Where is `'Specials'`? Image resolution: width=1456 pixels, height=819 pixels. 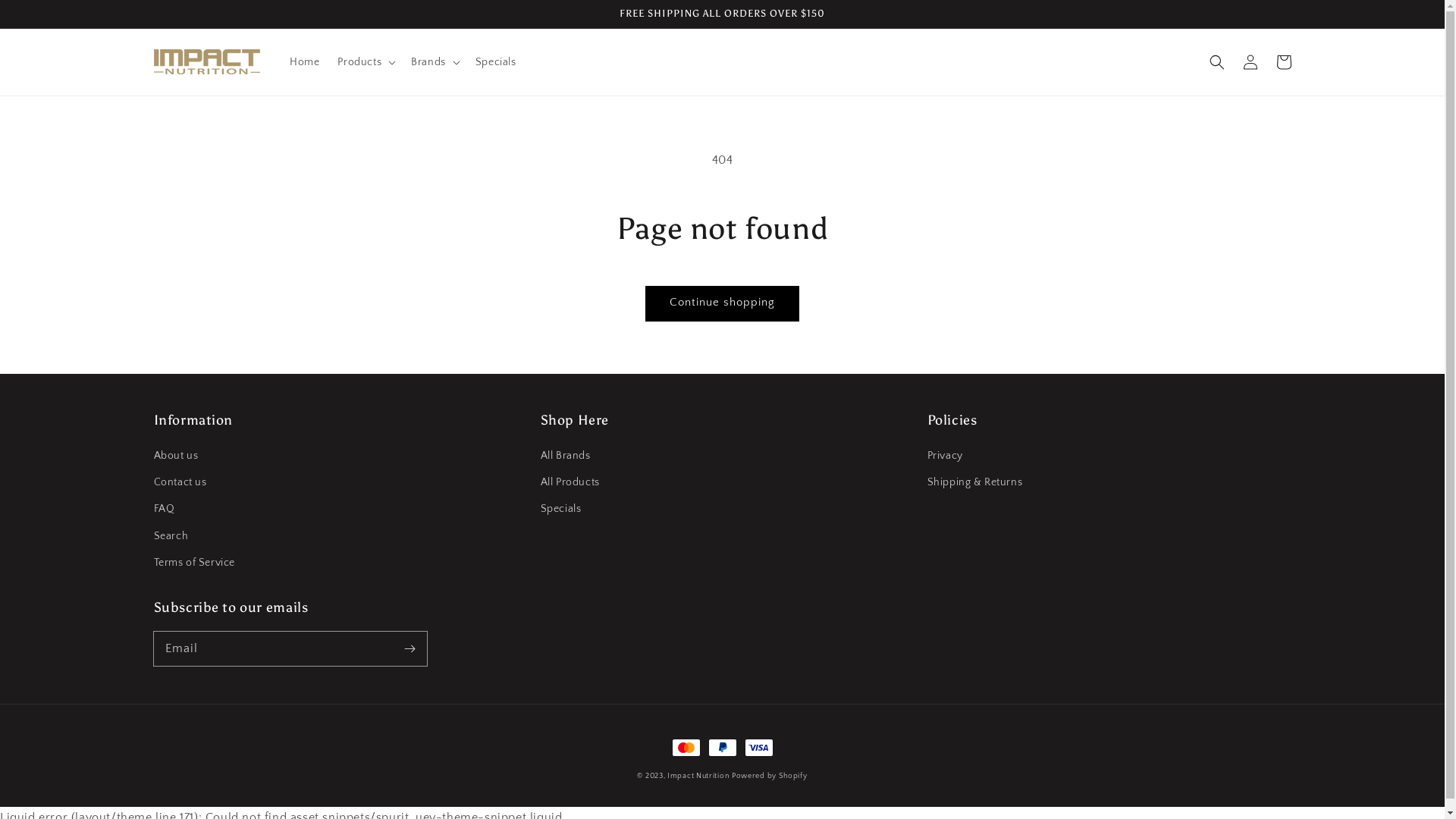 'Specials' is located at coordinates (495, 61).